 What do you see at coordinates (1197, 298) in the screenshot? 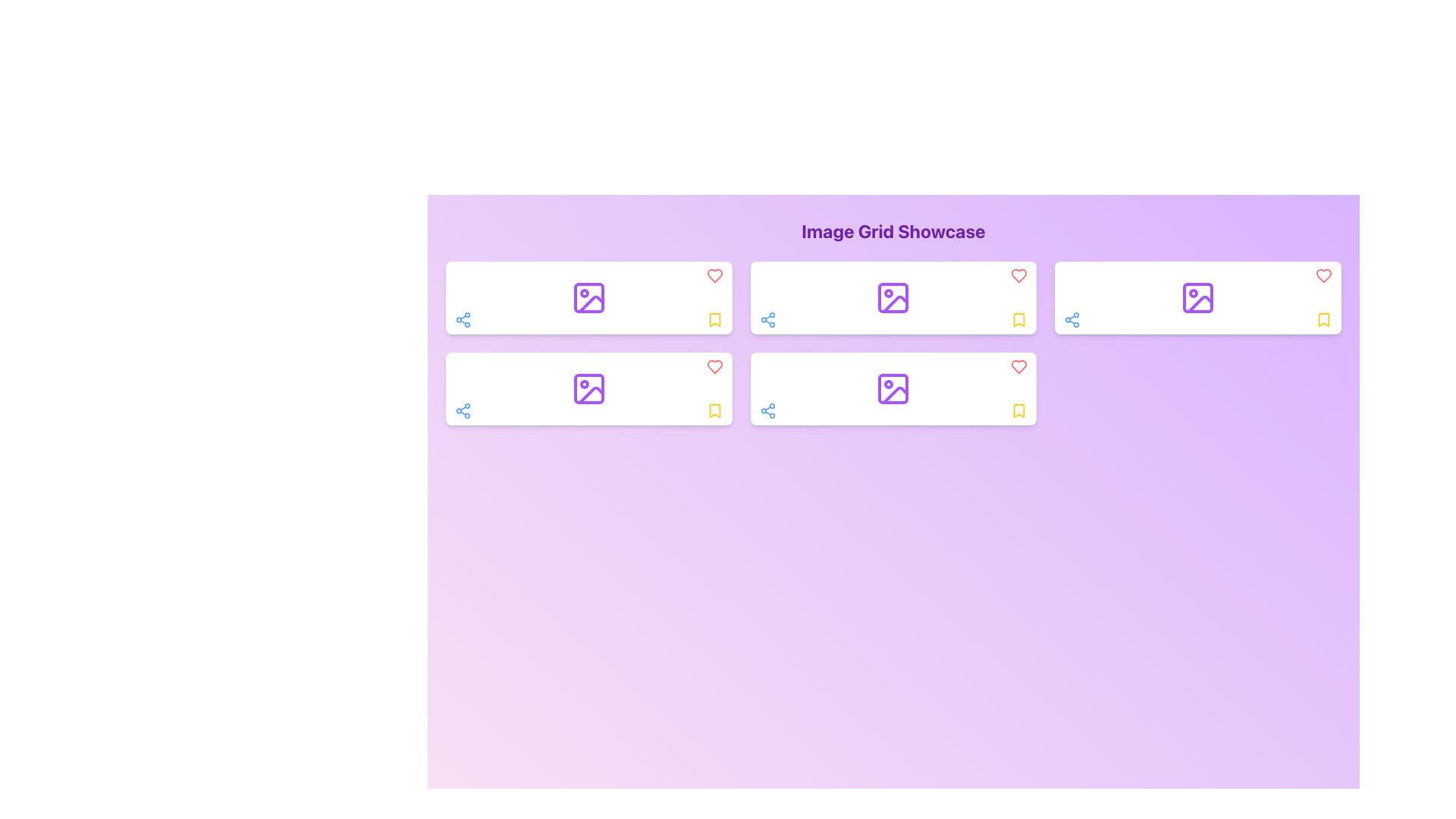
I see `the decorative graphical element that serves as a background or framing for the icon, located in the top-right corner of the fifth card in a grid layout` at bounding box center [1197, 298].